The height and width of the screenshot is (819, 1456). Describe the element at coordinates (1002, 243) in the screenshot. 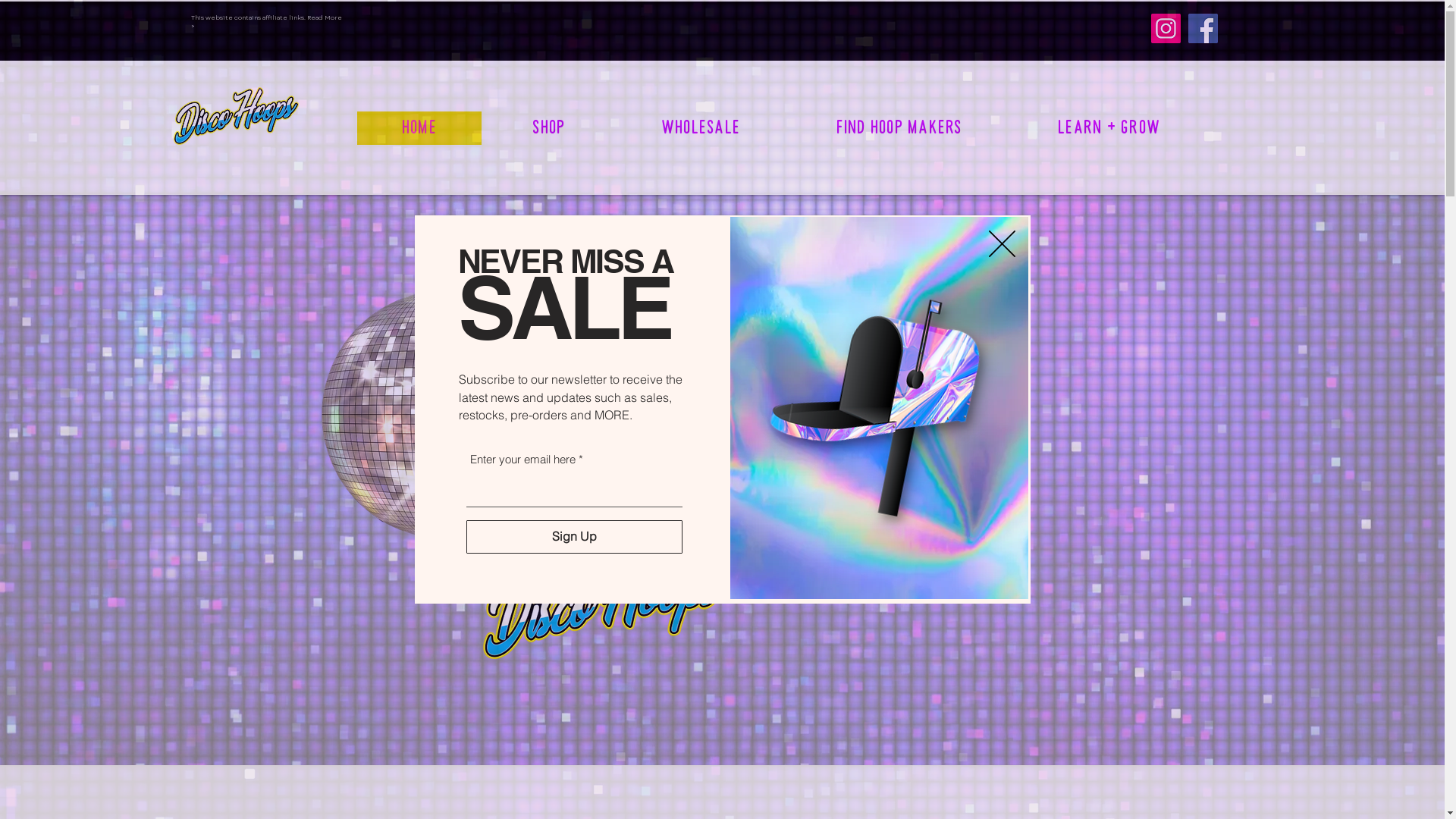

I see `'Back to site'` at that location.